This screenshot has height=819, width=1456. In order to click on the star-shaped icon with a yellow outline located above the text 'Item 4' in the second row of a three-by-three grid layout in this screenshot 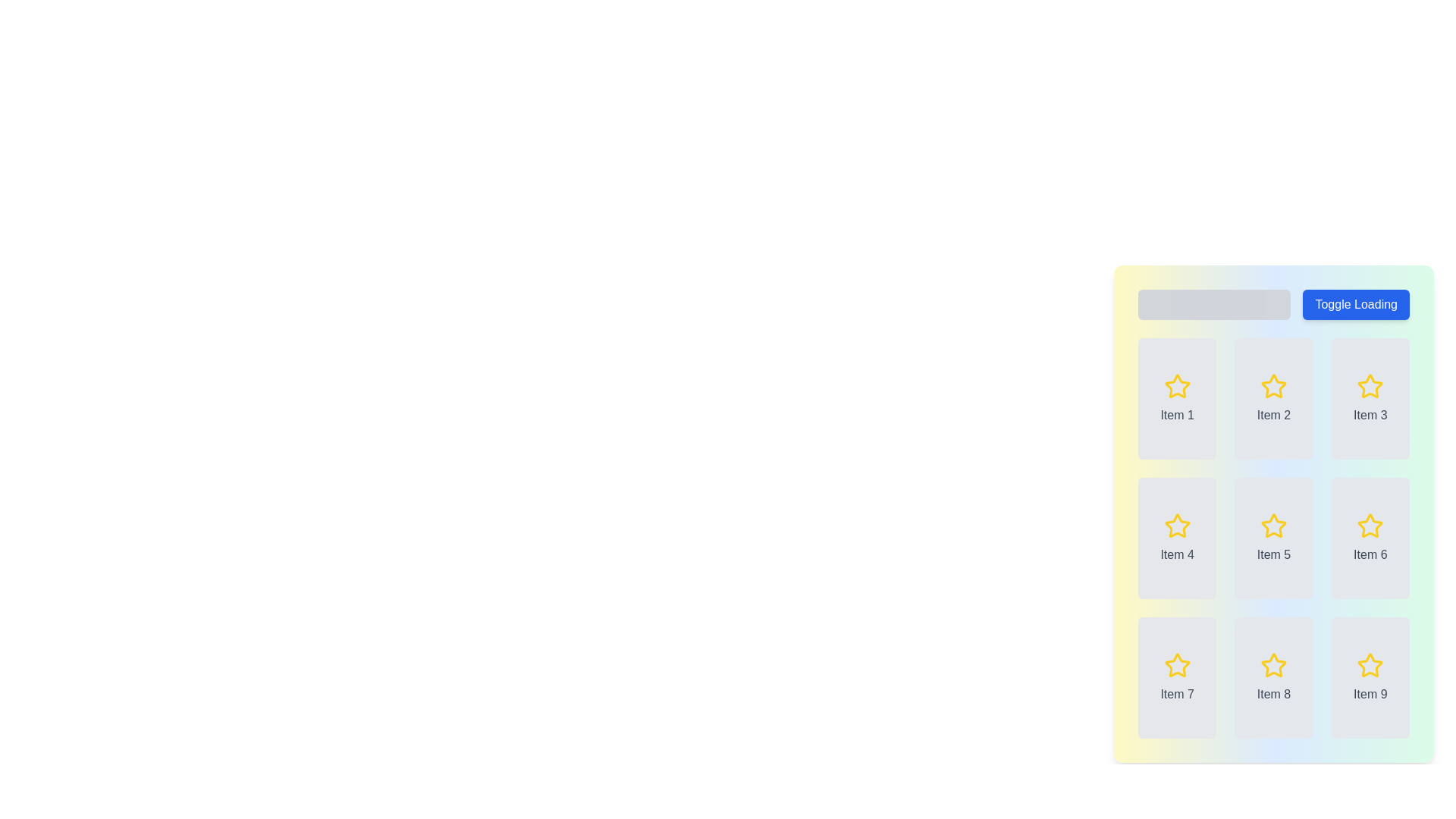, I will do `click(1176, 526)`.